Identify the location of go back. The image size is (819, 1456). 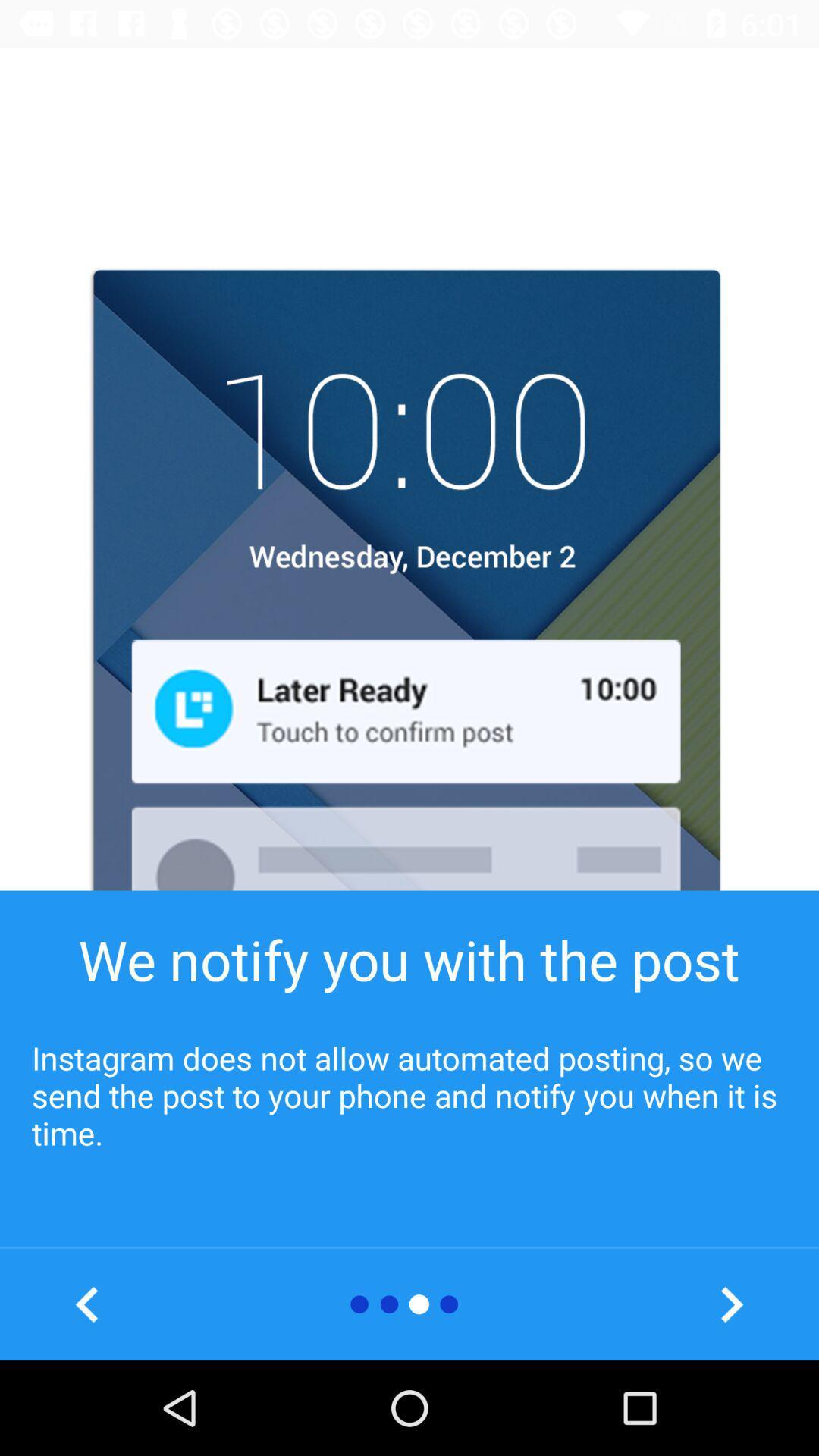
(87, 1304).